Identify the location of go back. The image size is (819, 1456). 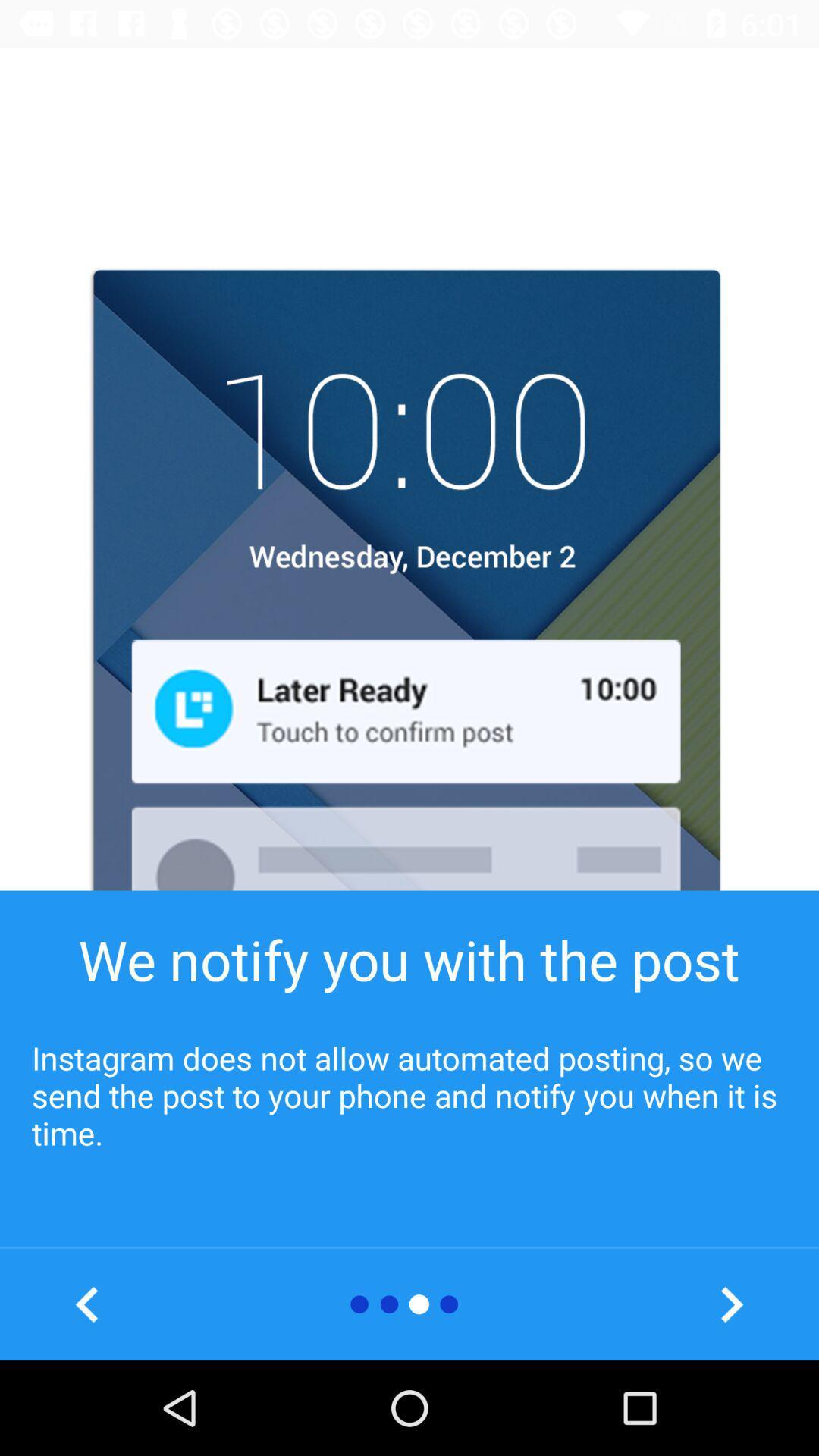
(87, 1304).